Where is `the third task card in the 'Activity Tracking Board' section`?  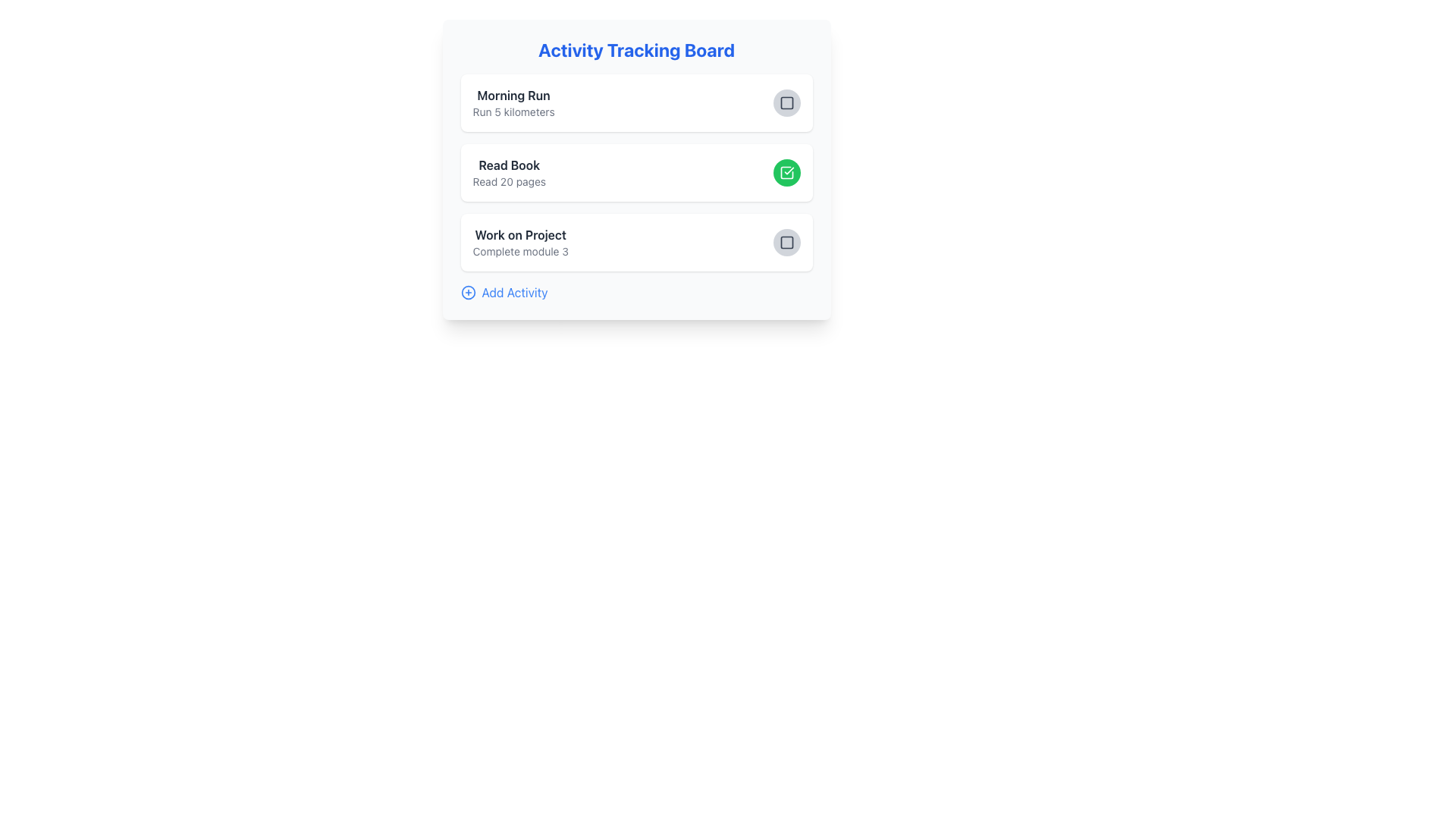 the third task card in the 'Activity Tracking Board' section is located at coordinates (636, 242).